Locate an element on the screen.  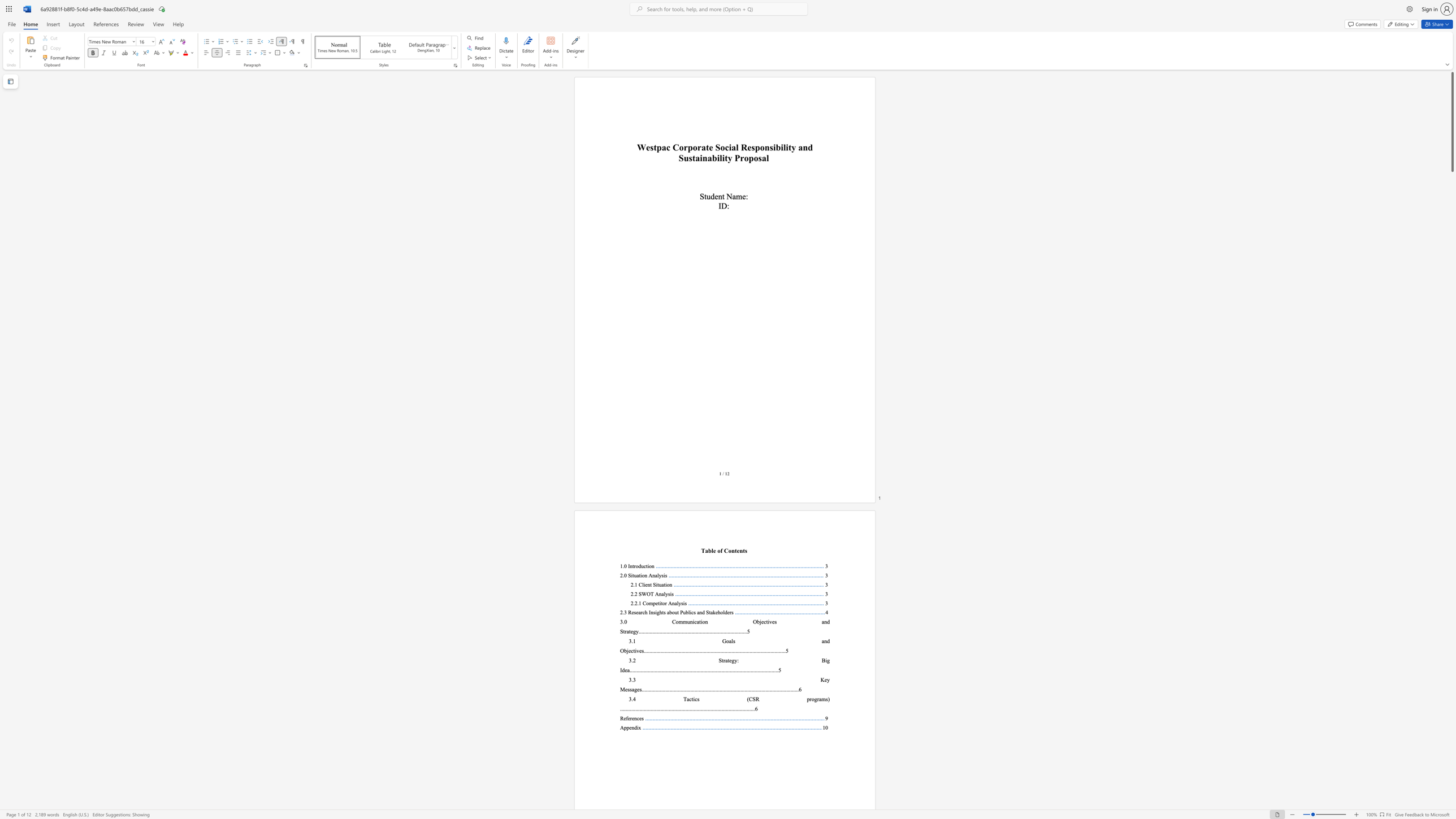
the 2th character "s" in the text is located at coordinates (685, 603).